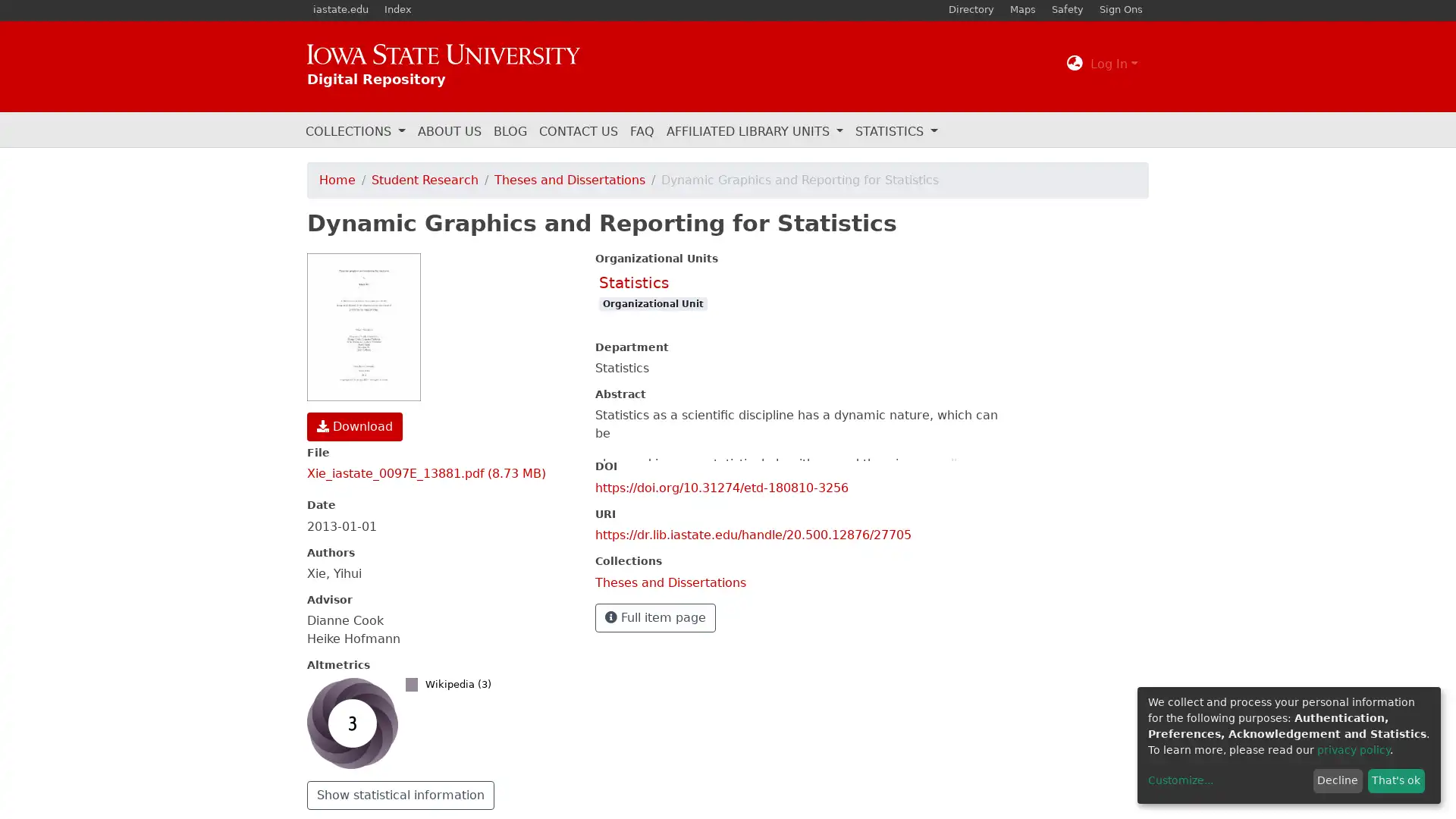  Describe the element at coordinates (400, 794) in the screenshot. I see `Show statistical information` at that location.